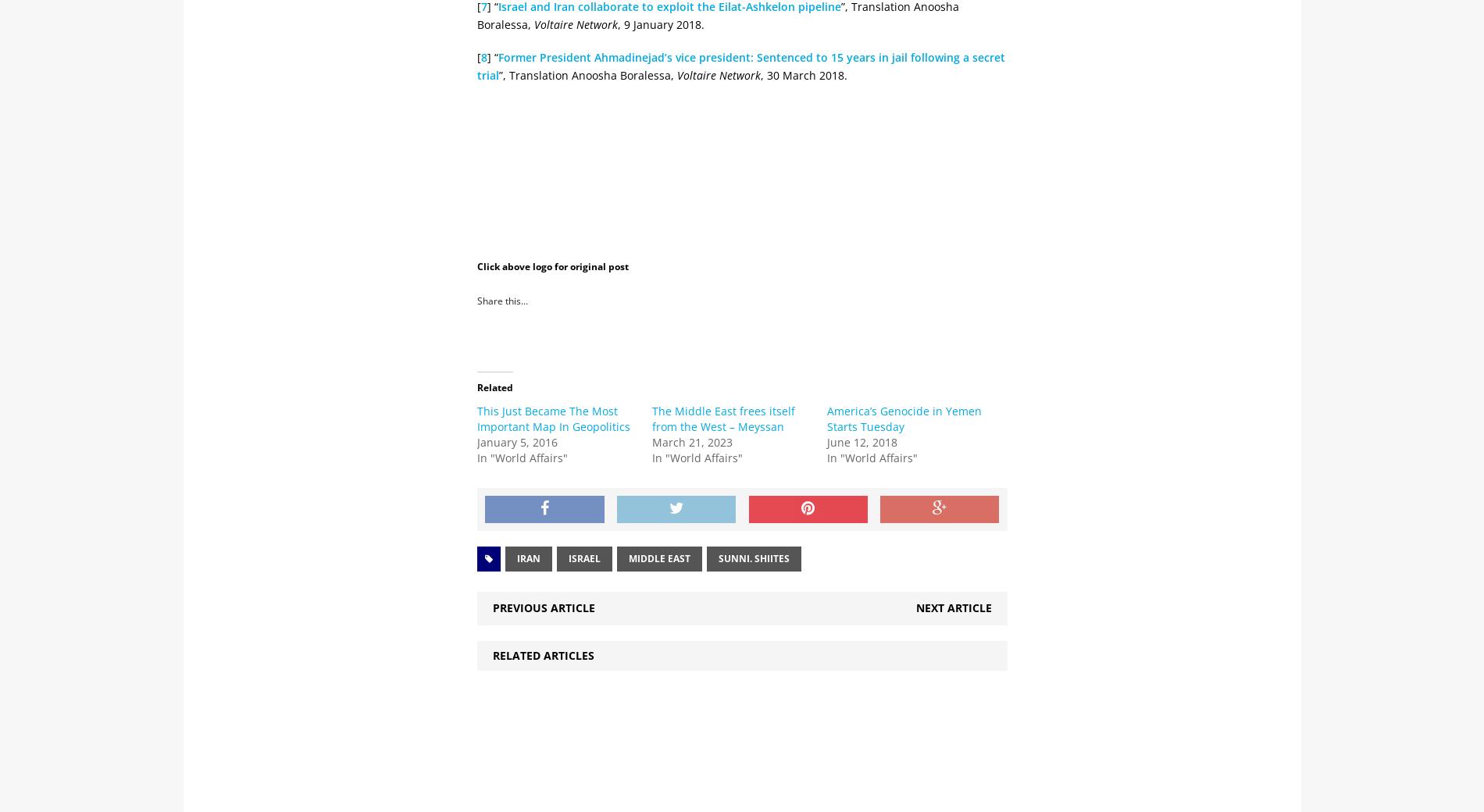  What do you see at coordinates (740, 65) in the screenshot?
I see `'Former President Ahmadinejad’s vice president: Sentenced to 15 years in jail following a secret trial'` at bounding box center [740, 65].